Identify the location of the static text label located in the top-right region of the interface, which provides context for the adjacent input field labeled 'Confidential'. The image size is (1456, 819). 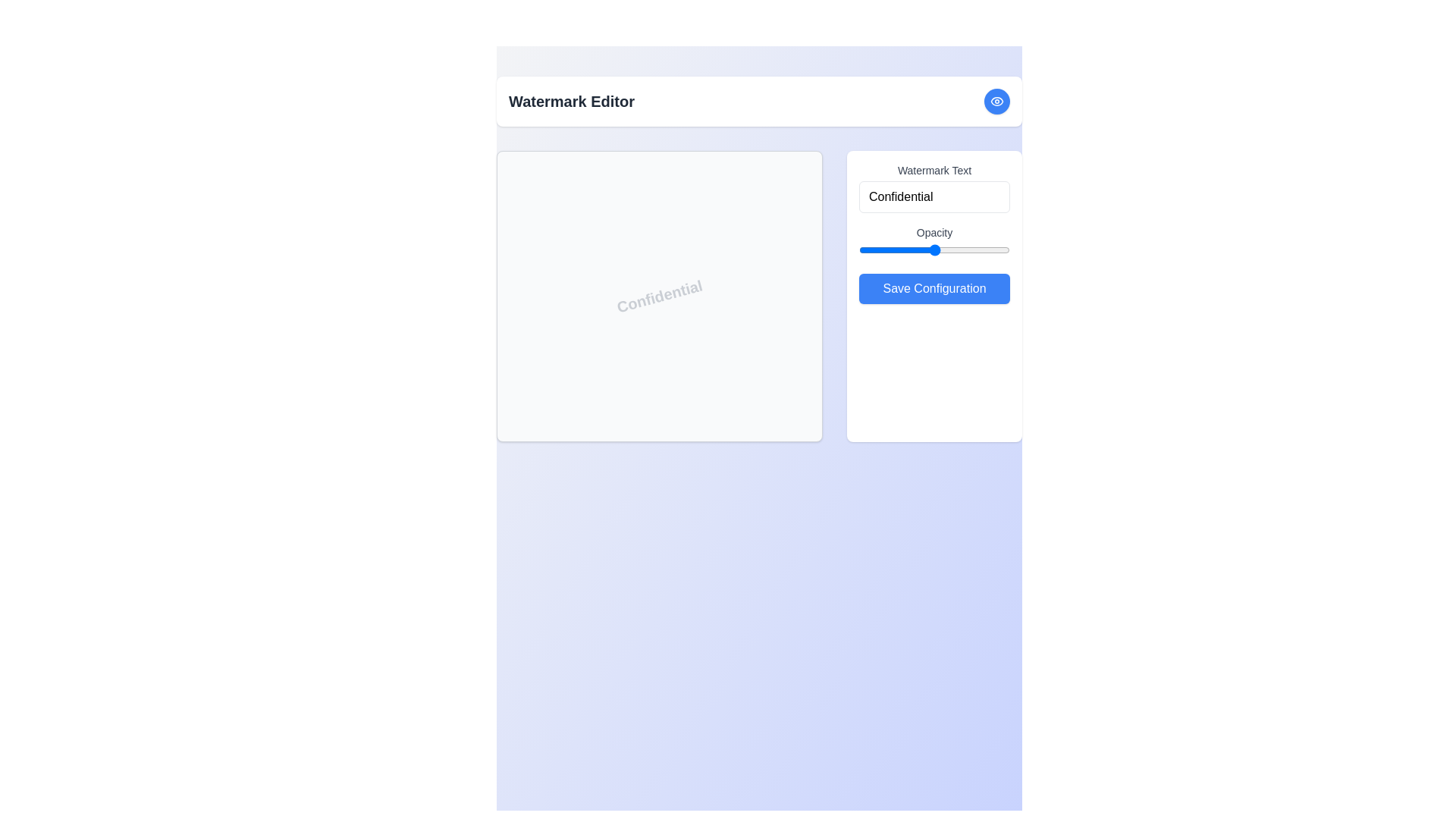
(934, 170).